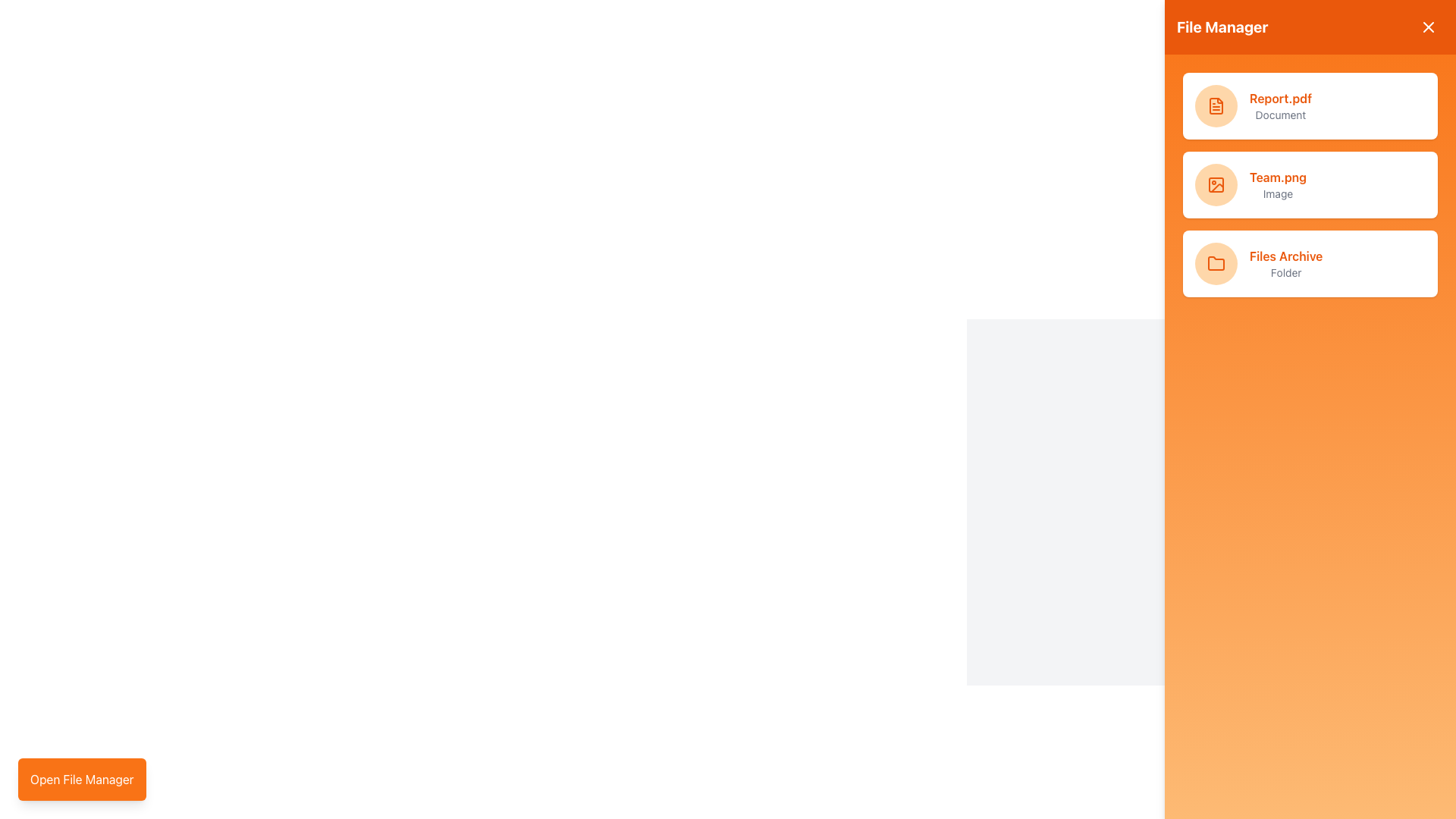 The image size is (1456, 819). What do you see at coordinates (1310, 184) in the screenshot?
I see `the selectable card representing the file entry 'Team.png'` at bounding box center [1310, 184].